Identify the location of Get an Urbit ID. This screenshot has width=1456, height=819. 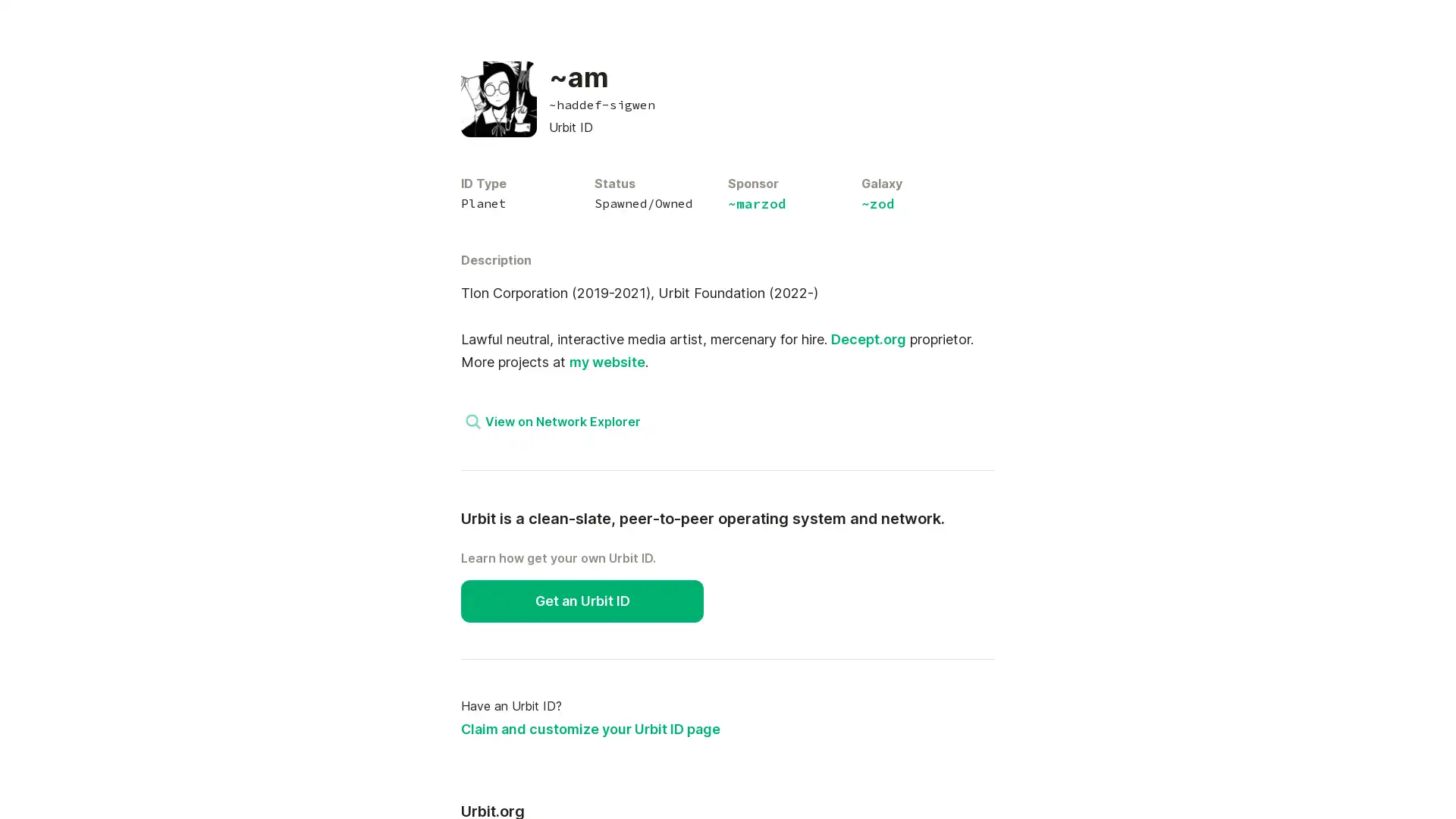
(582, 599).